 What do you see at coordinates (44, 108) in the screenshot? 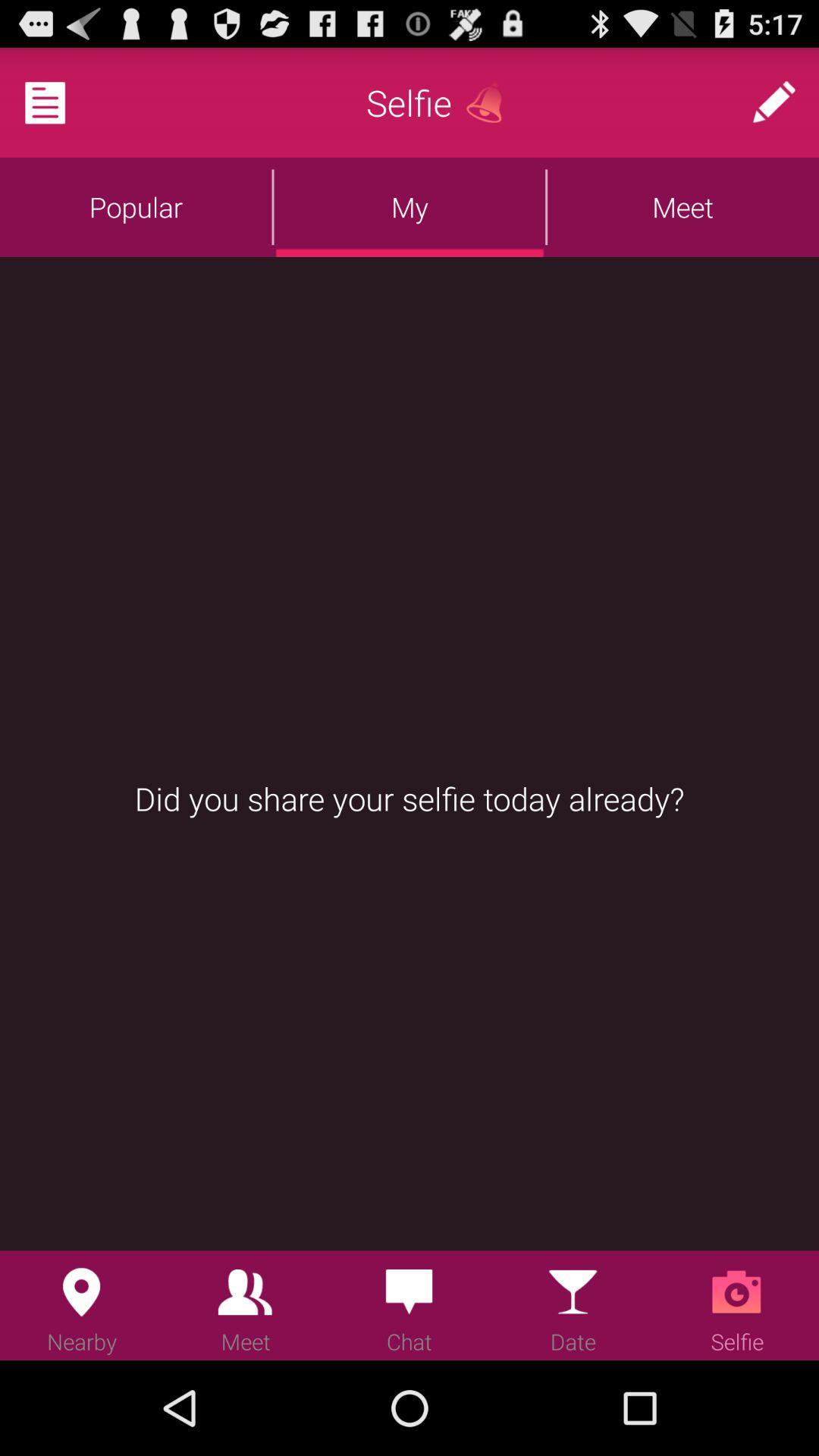
I see `the description icon` at bounding box center [44, 108].